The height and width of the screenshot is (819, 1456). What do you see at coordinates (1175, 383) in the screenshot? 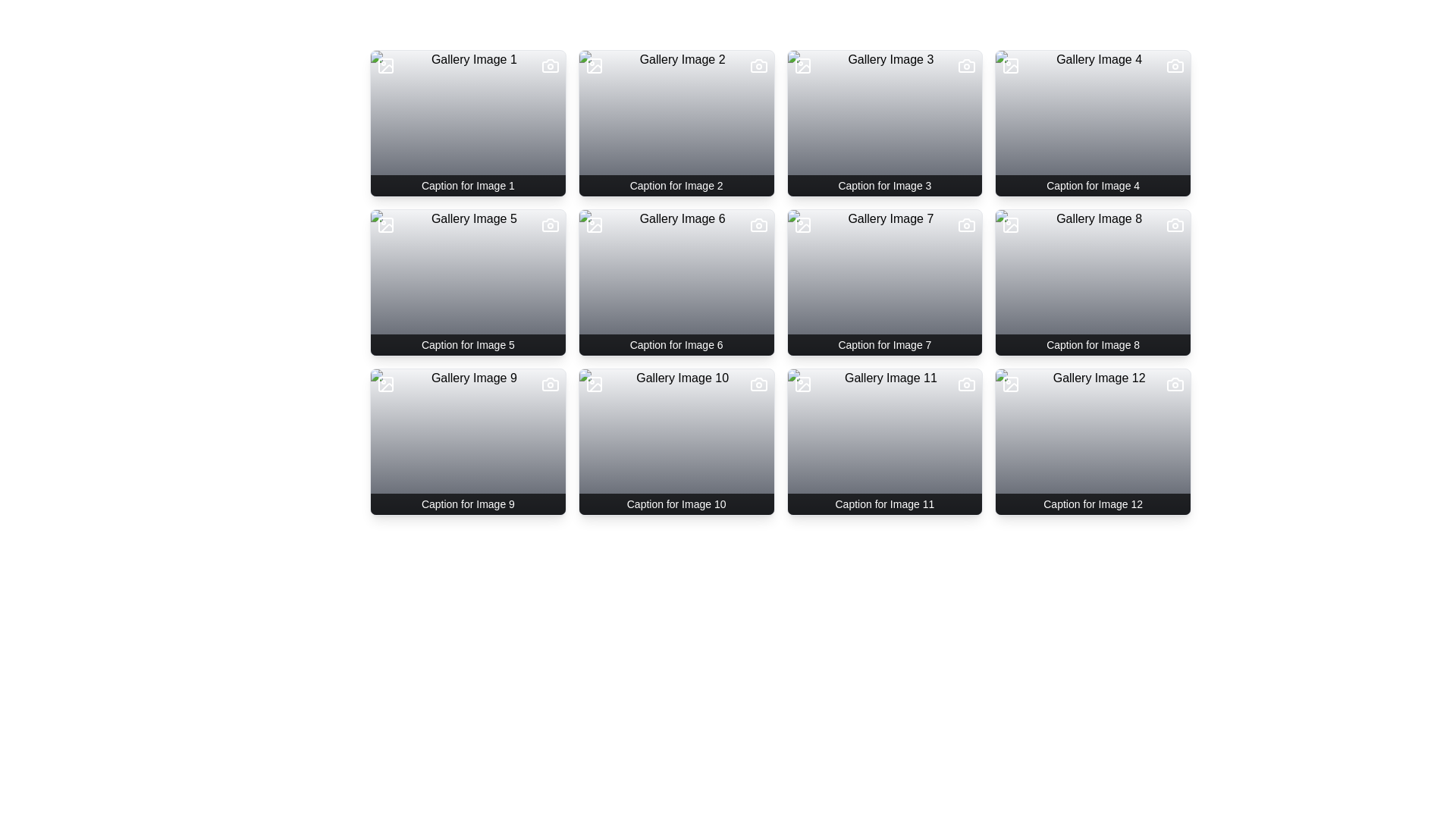
I see `the camera icon located in the top-right corner of the twelfth gallery cell by moving the pointer to its center` at bounding box center [1175, 383].